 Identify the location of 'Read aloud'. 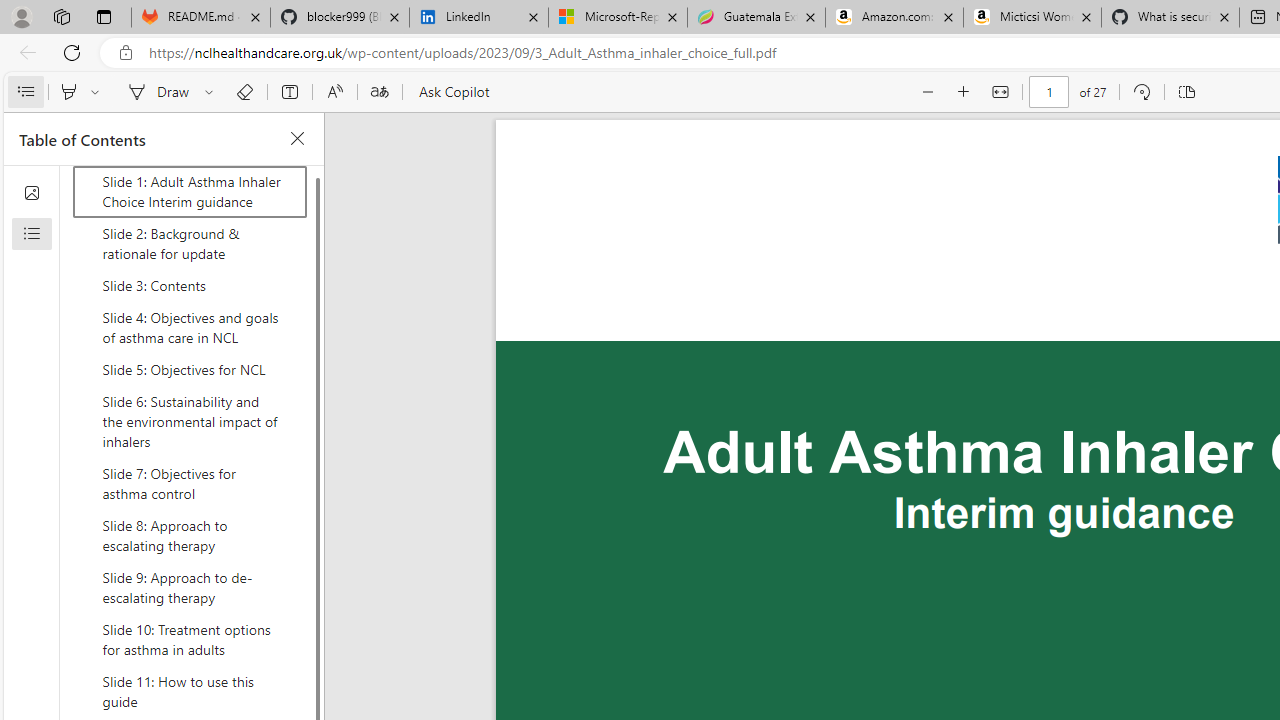
(334, 92).